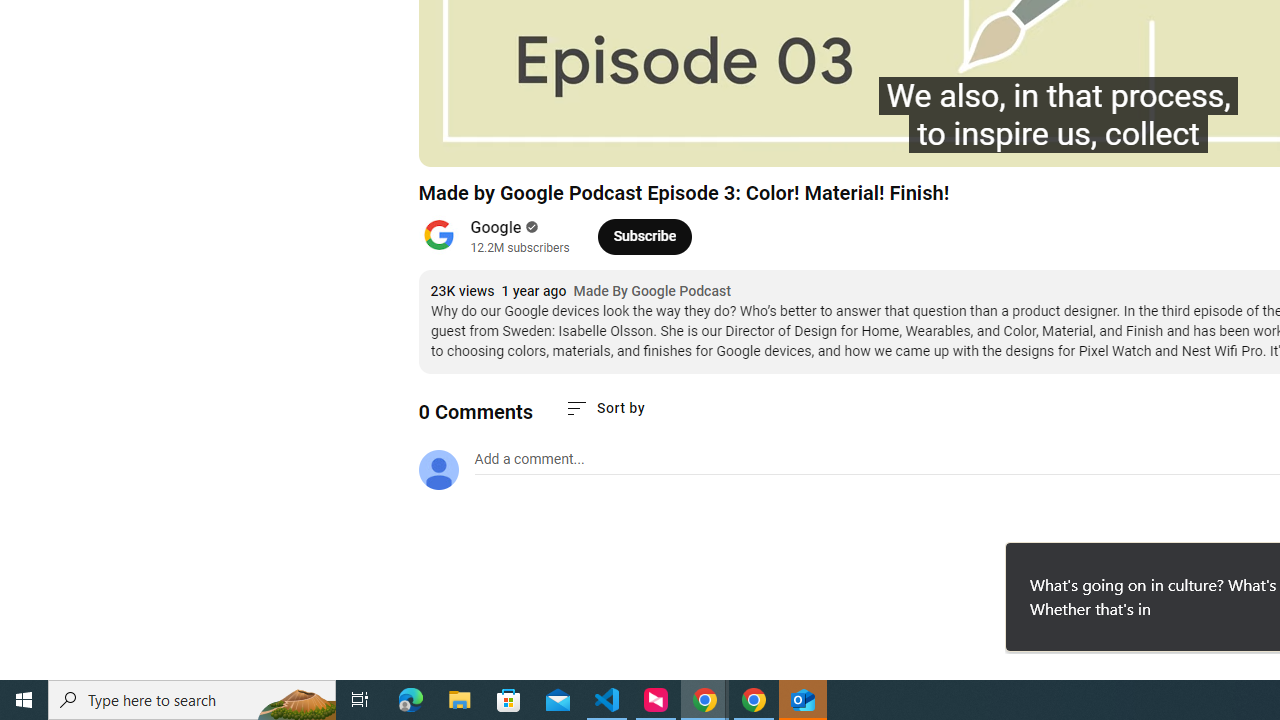 The height and width of the screenshot is (720, 1280). What do you see at coordinates (438, 470) in the screenshot?
I see `'Default profile photo'` at bounding box center [438, 470].